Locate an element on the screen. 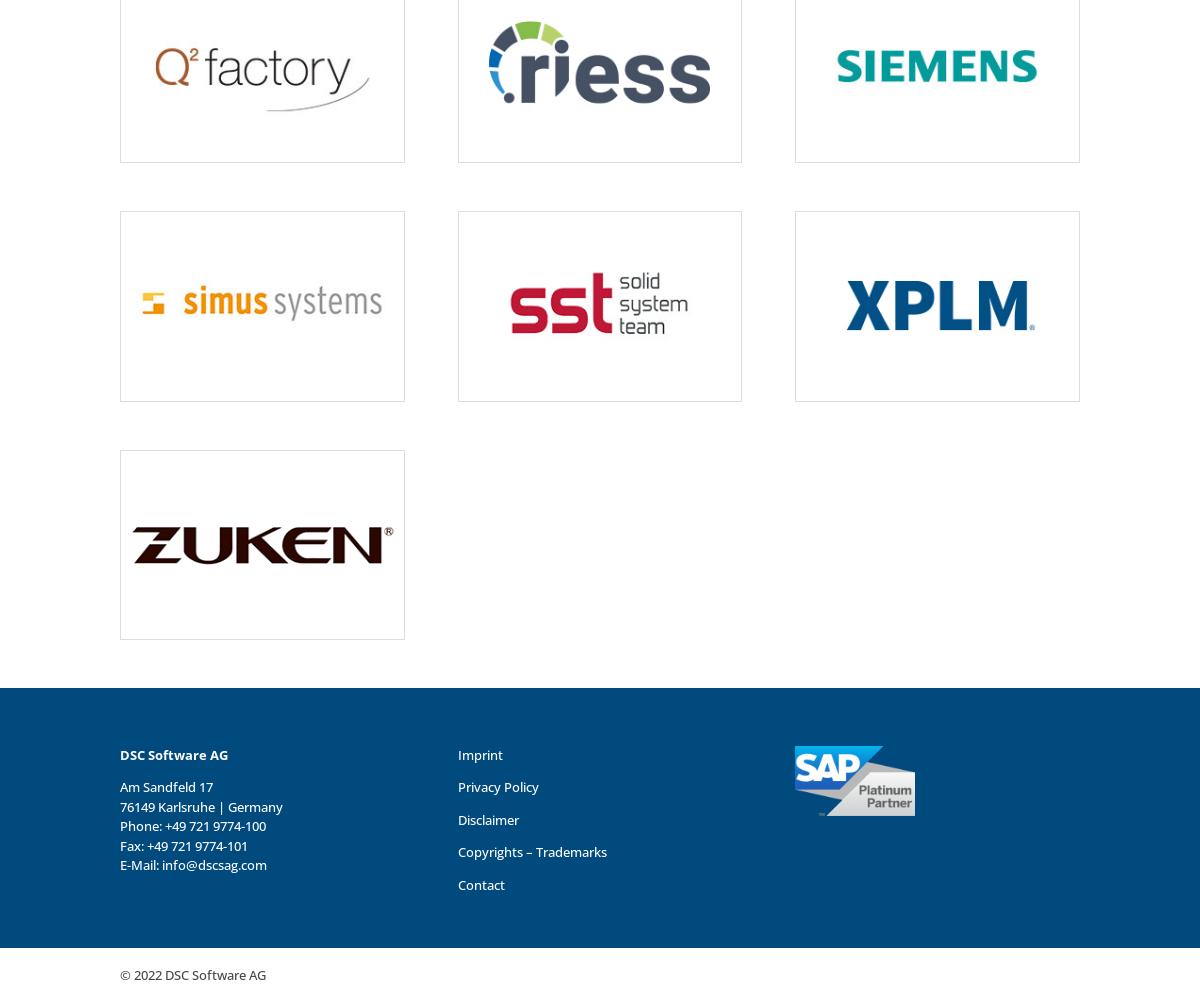 This screenshot has height=1003, width=1200. 'Copyrights – Trademarks' is located at coordinates (530, 852).